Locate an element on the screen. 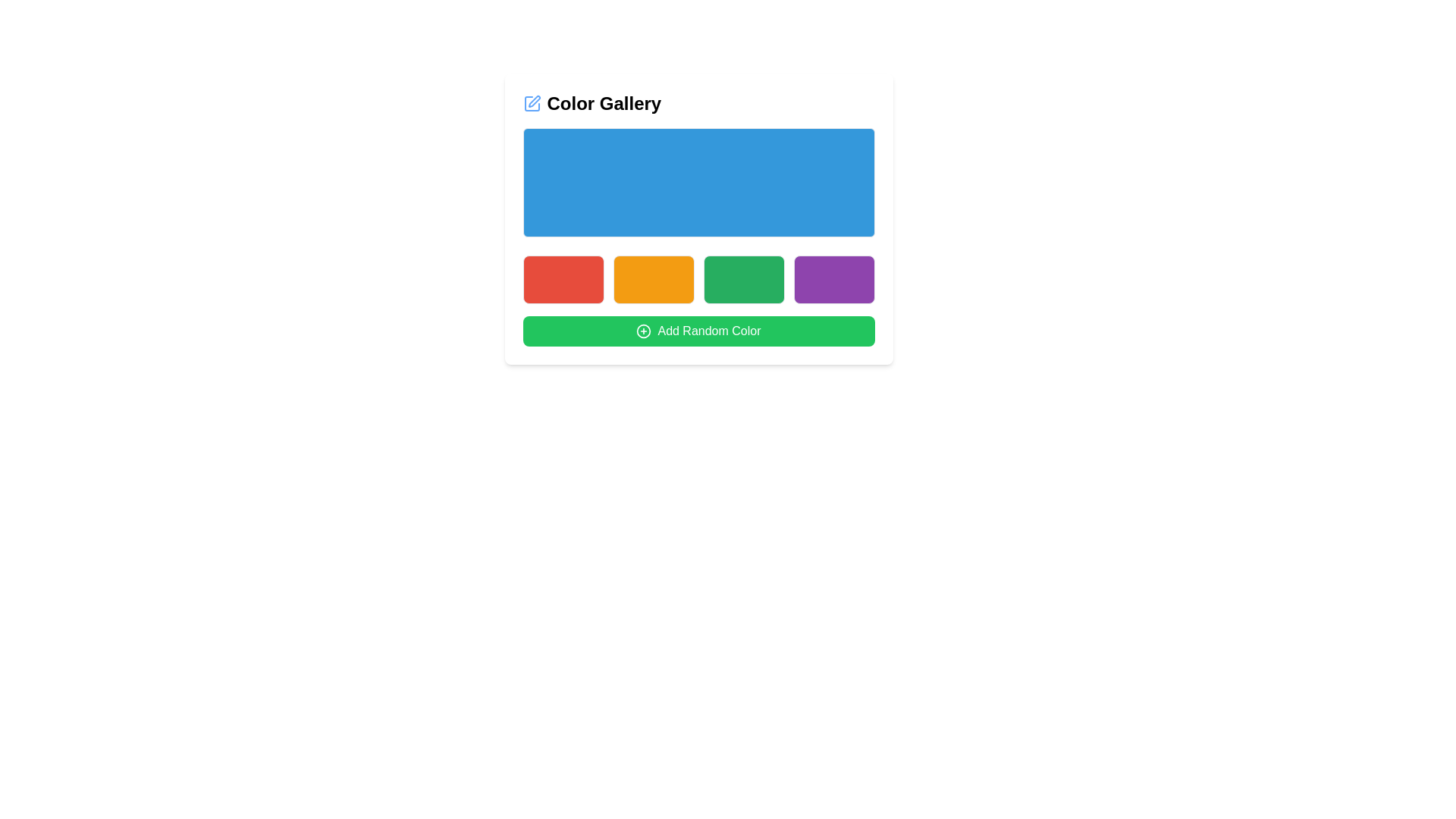 The height and width of the screenshot is (819, 1456). the vibrant orange button with rounded corners located in the center of the window, positioned between a blue rectangle above and a green button labeled 'Add Random Color' below is located at coordinates (654, 280).